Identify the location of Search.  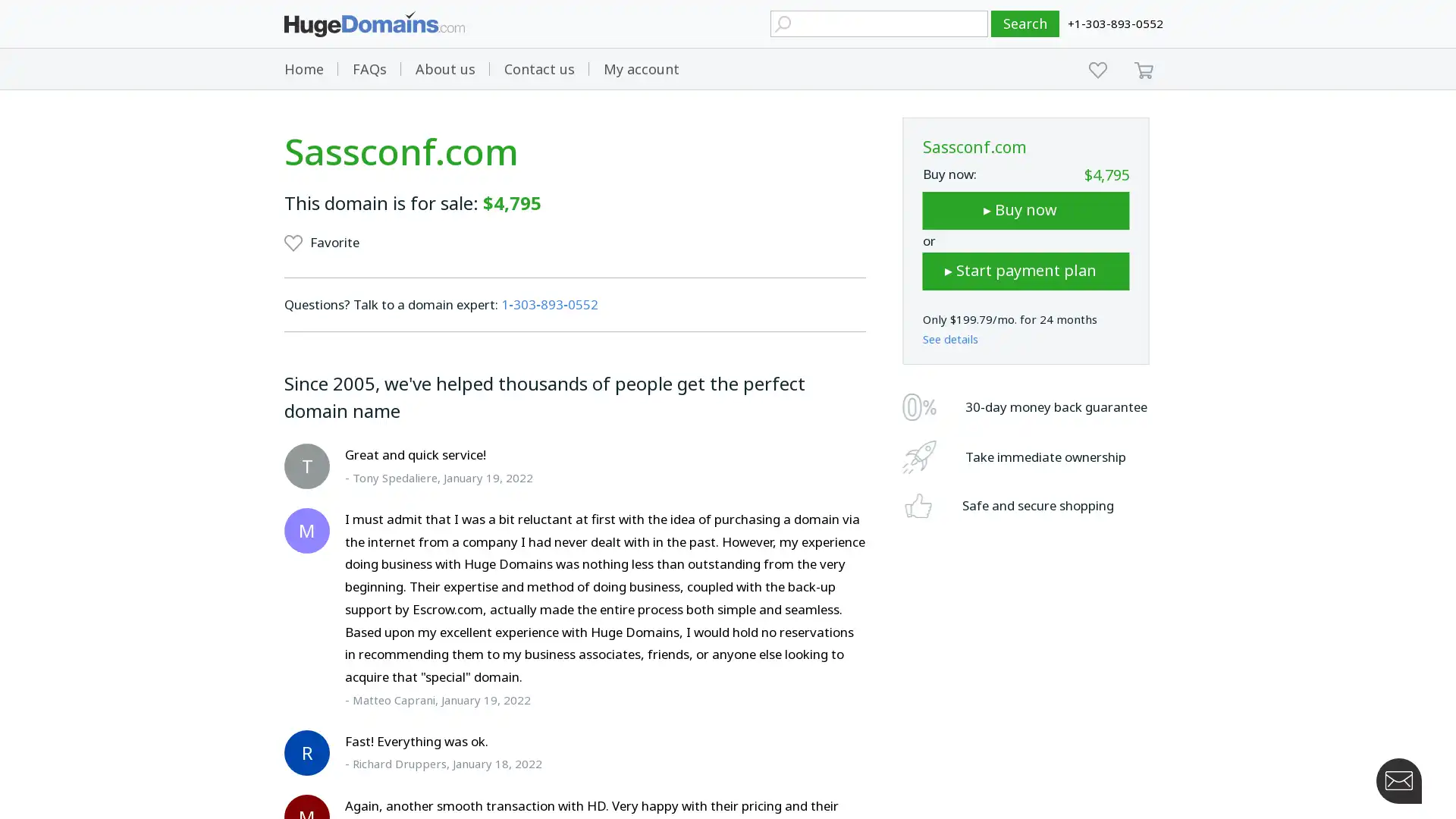
(1025, 24).